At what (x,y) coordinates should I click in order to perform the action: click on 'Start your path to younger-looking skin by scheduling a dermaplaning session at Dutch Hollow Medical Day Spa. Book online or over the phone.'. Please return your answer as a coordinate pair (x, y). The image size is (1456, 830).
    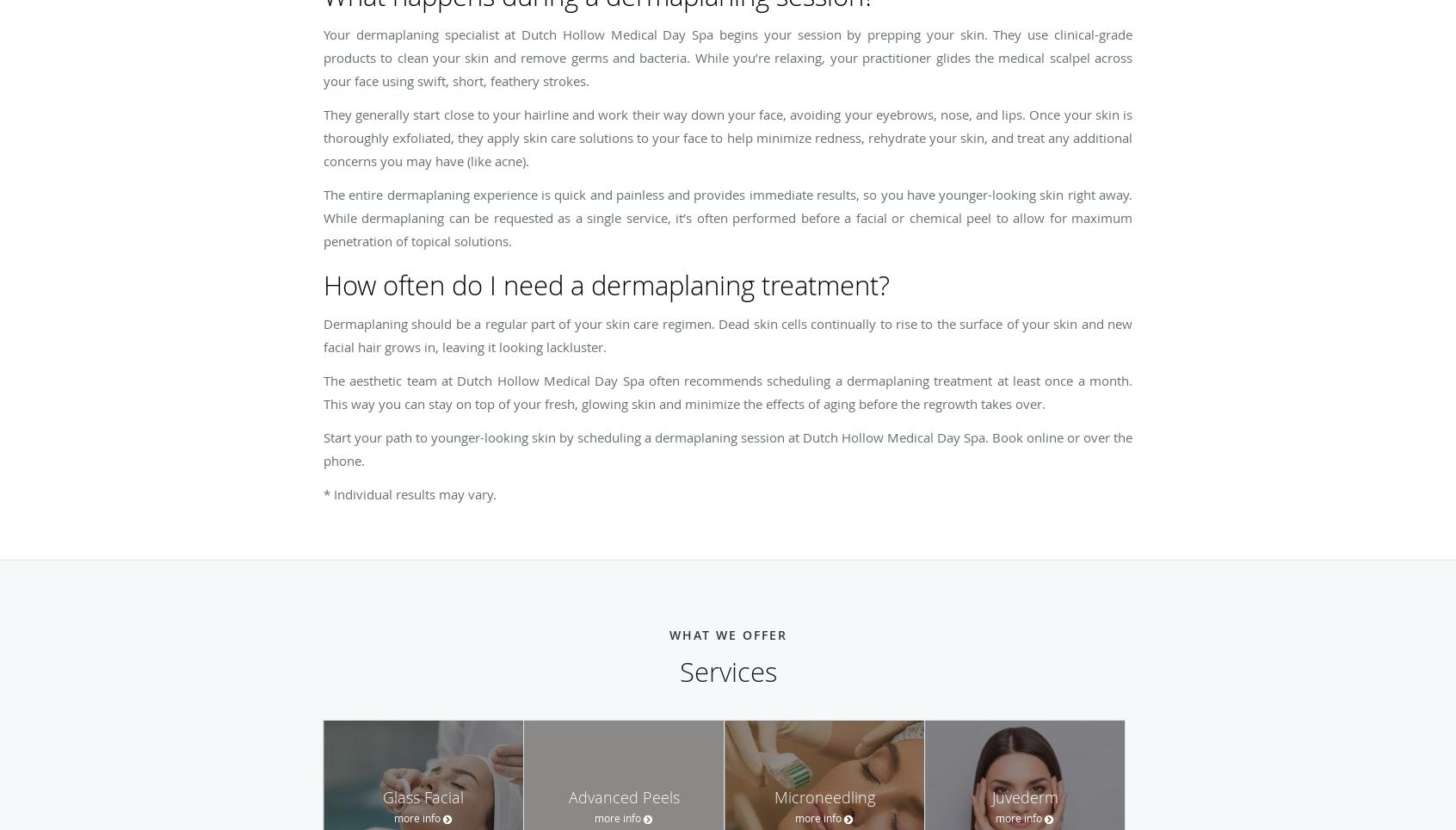
    Looking at the image, I should click on (728, 448).